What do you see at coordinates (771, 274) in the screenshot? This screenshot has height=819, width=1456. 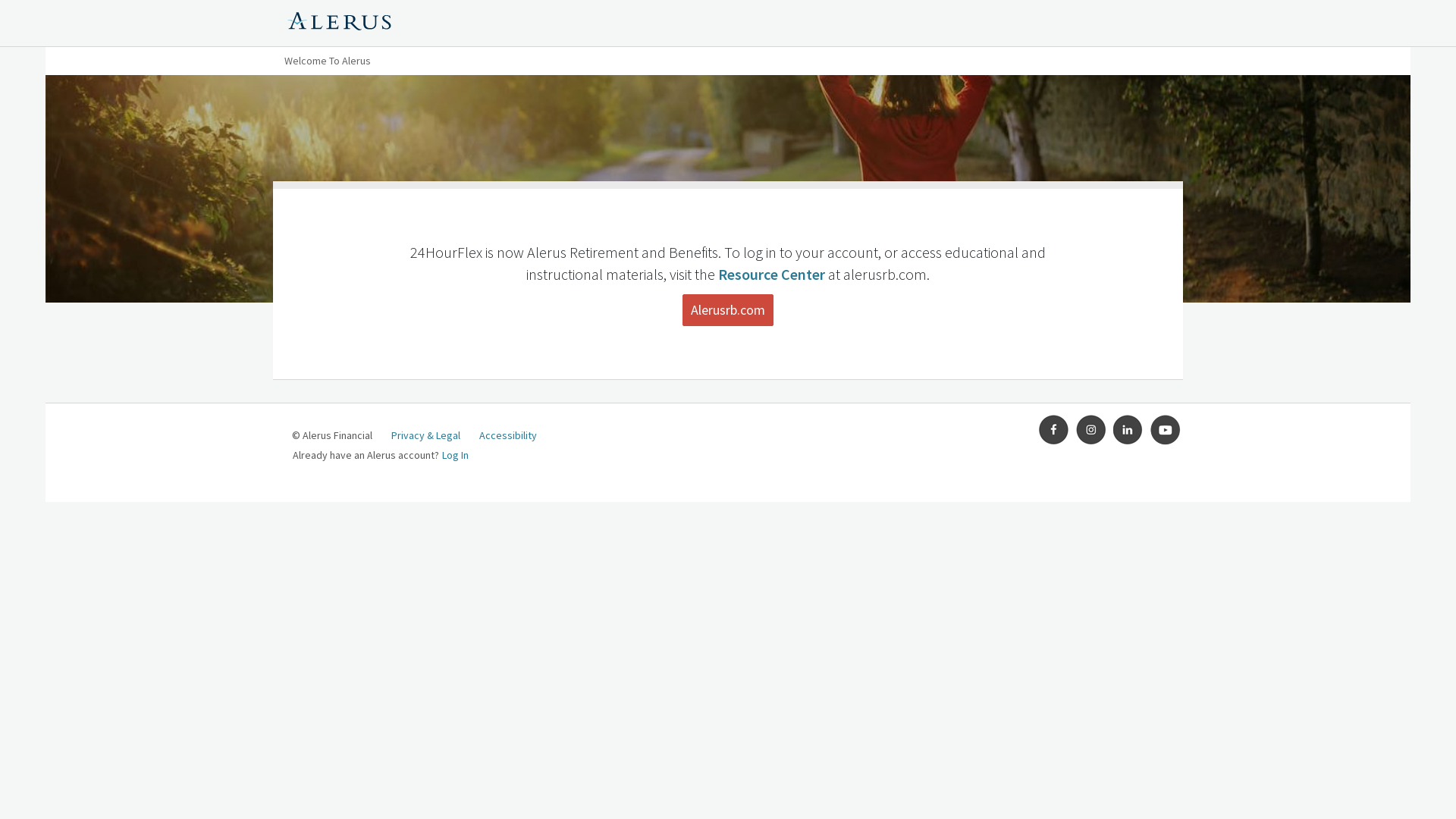 I see `'Resource Center'` at bounding box center [771, 274].